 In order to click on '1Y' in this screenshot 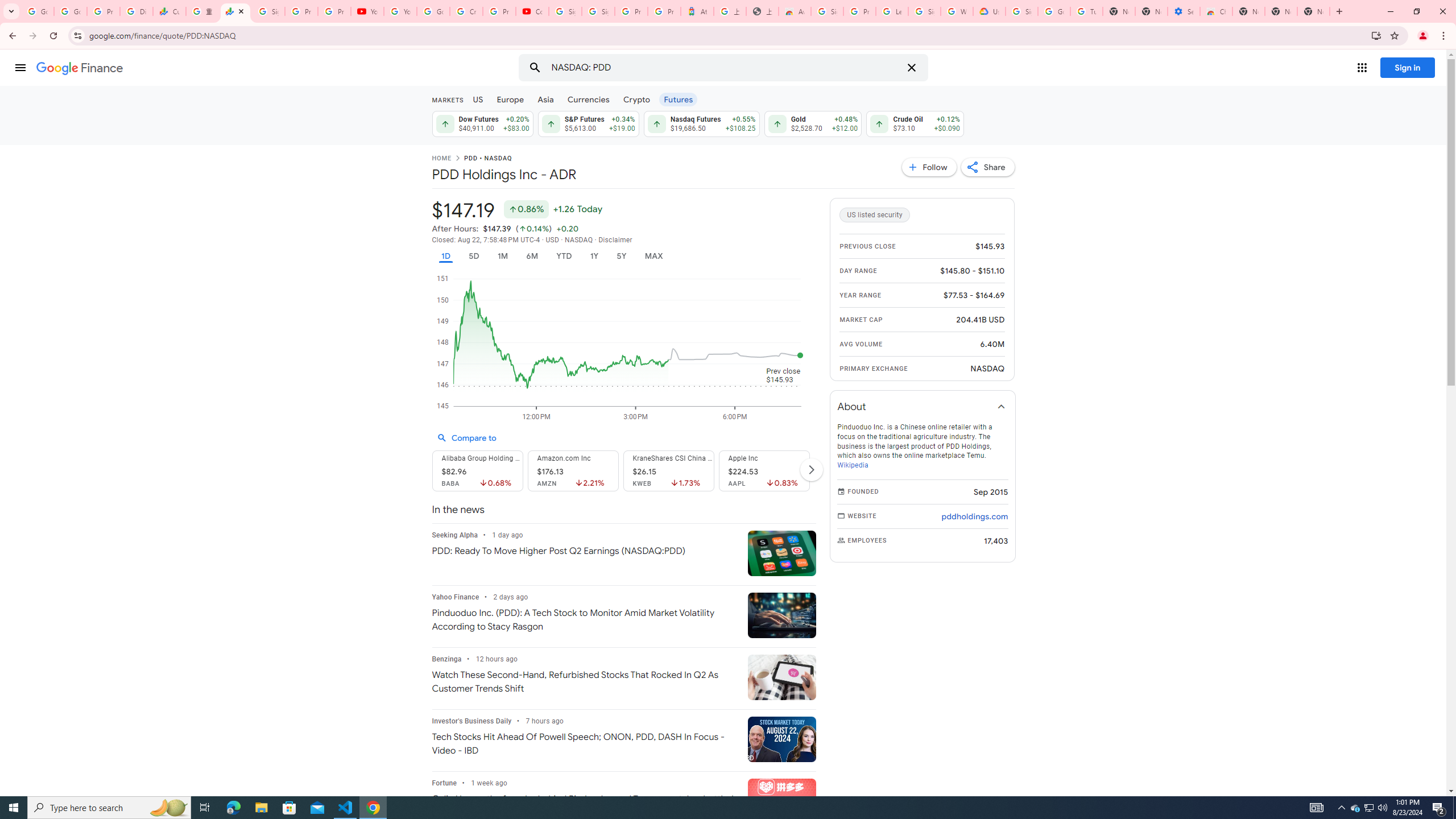, I will do `click(594, 255)`.